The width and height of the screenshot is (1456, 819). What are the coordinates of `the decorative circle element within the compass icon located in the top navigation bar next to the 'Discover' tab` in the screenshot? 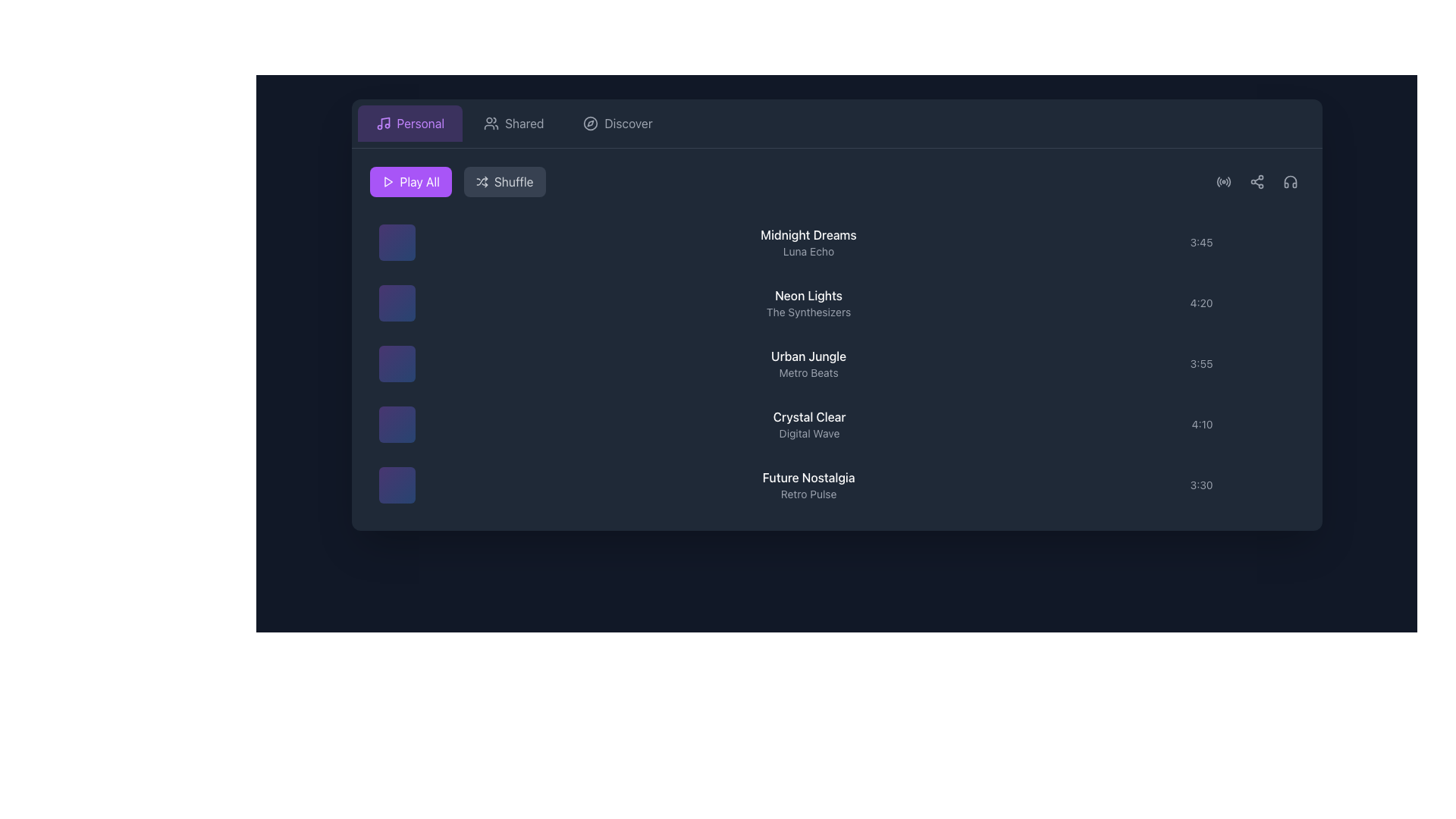 It's located at (590, 122).